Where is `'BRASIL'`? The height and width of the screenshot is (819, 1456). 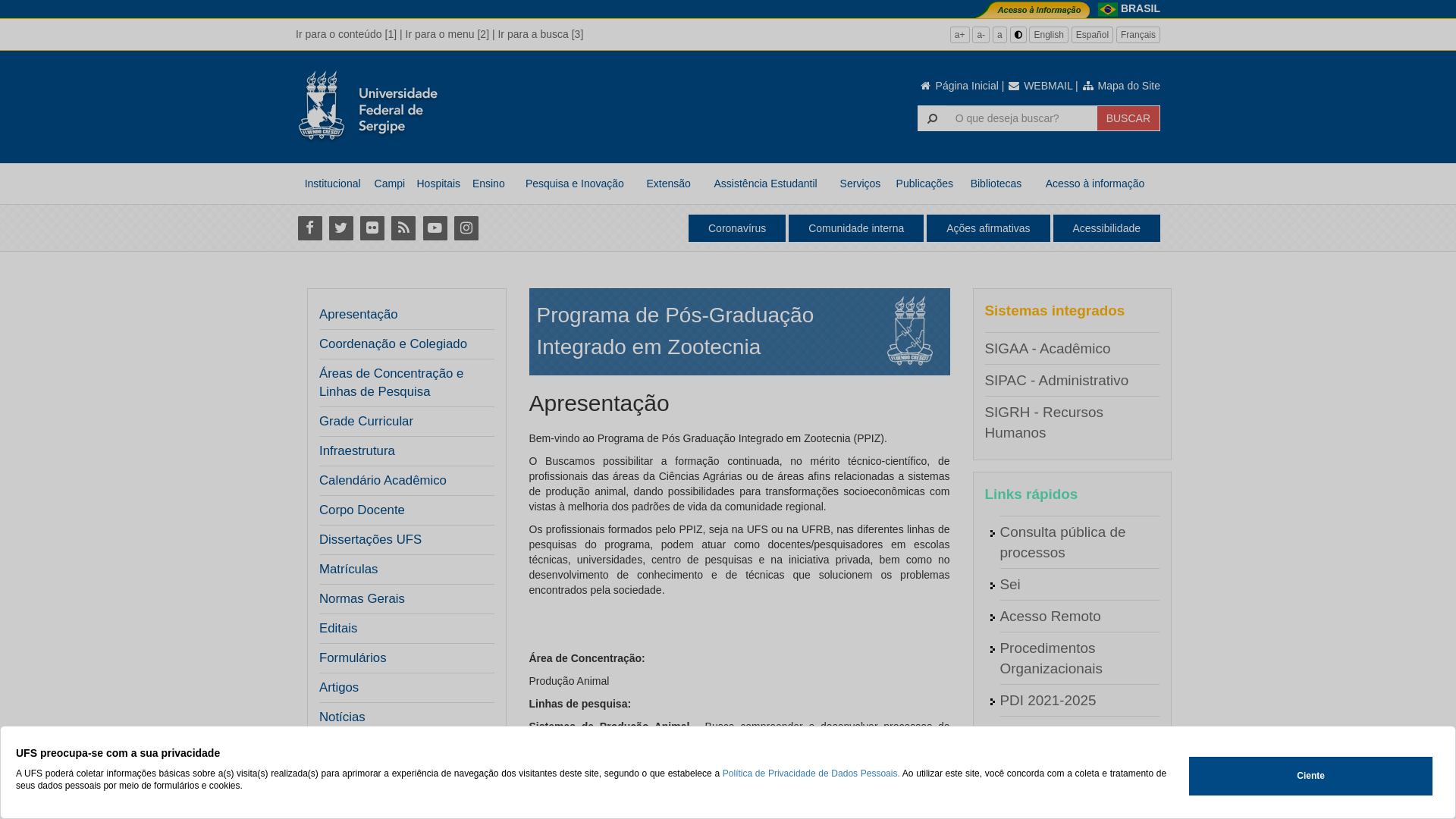
'BRASIL' is located at coordinates (1140, 8).